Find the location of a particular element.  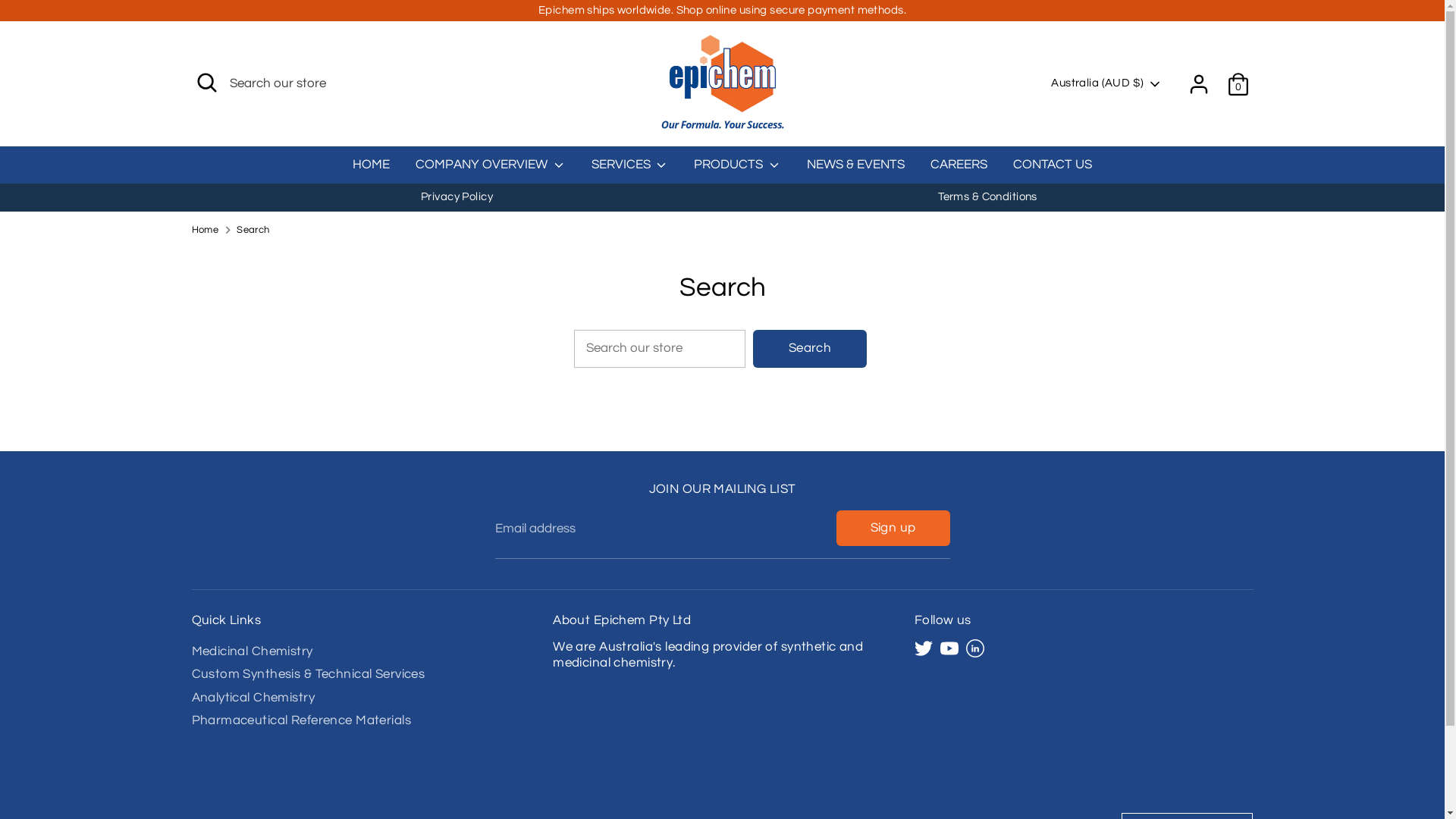

'Analytical Chemistry' is located at coordinates (253, 698).